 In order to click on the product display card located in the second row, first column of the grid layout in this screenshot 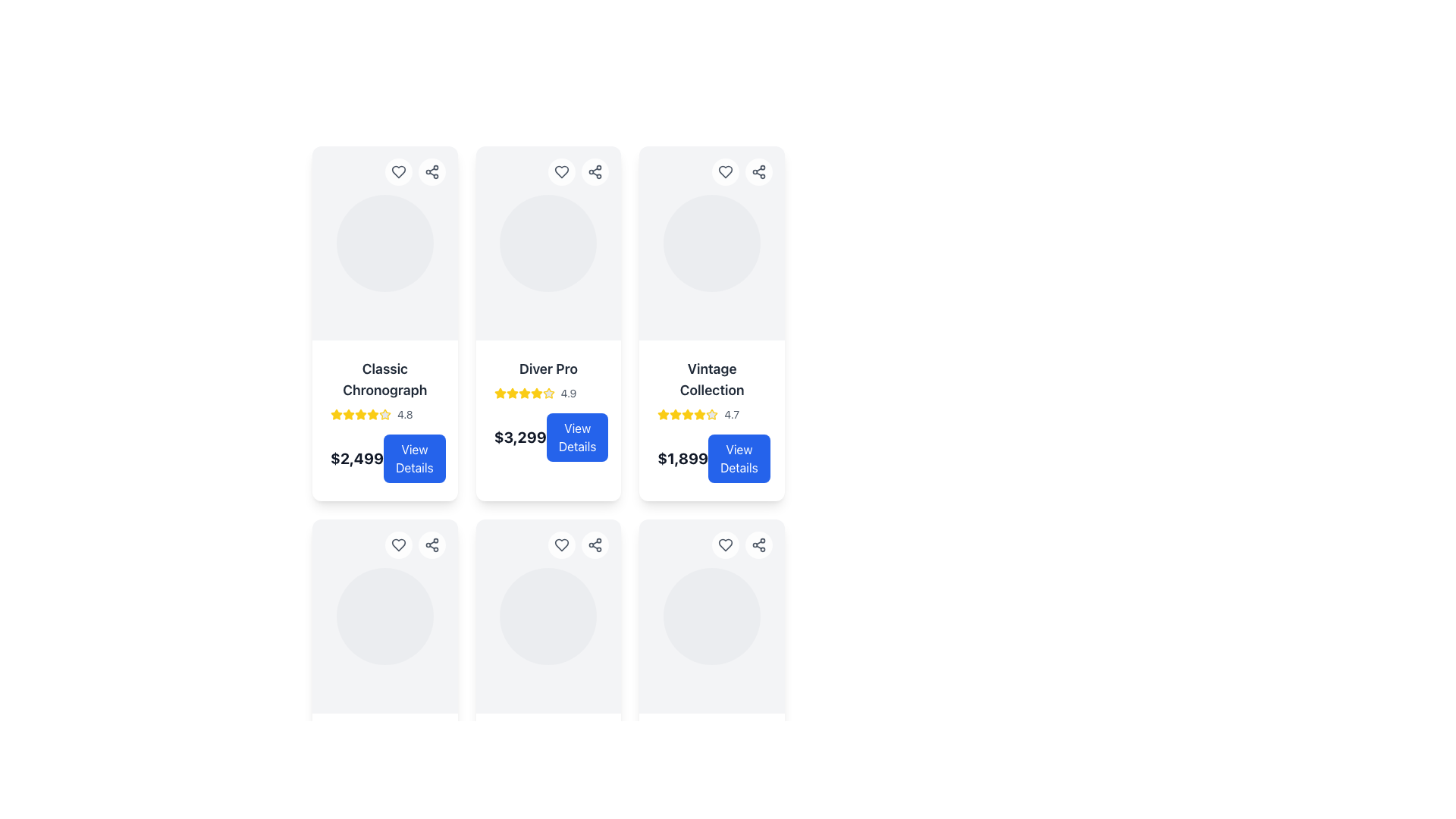, I will do `click(384, 617)`.